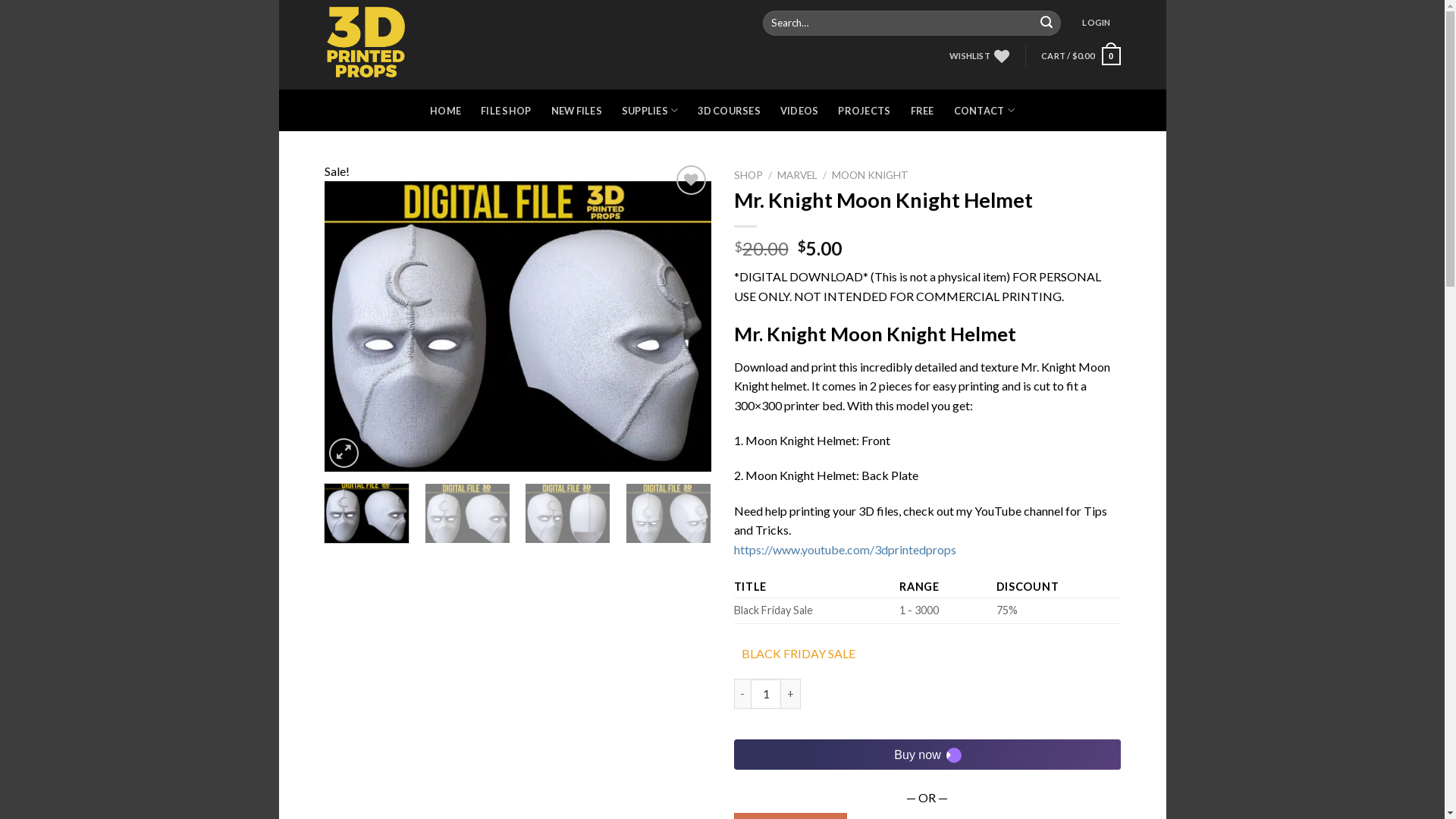 This screenshot has height=819, width=1456. What do you see at coordinates (864, 110) in the screenshot?
I see `'PROJECTS'` at bounding box center [864, 110].